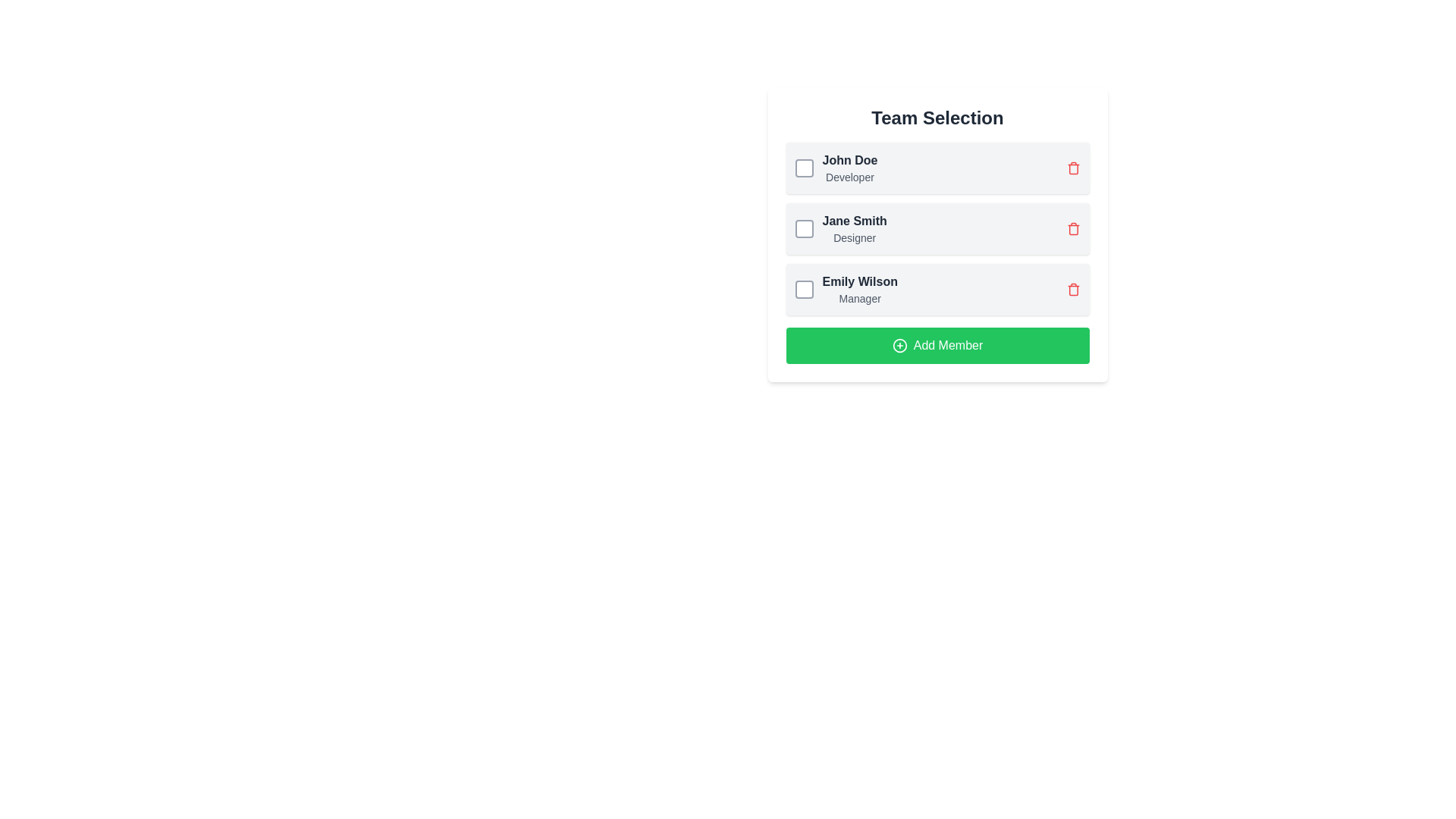 The width and height of the screenshot is (1456, 819). What do you see at coordinates (1072, 228) in the screenshot?
I see `the red trash can icon button, which is the rightmost interactive element aligned with the row containing 'Jane Smith' and 'Designer'` at bounding box center [1072, 228].